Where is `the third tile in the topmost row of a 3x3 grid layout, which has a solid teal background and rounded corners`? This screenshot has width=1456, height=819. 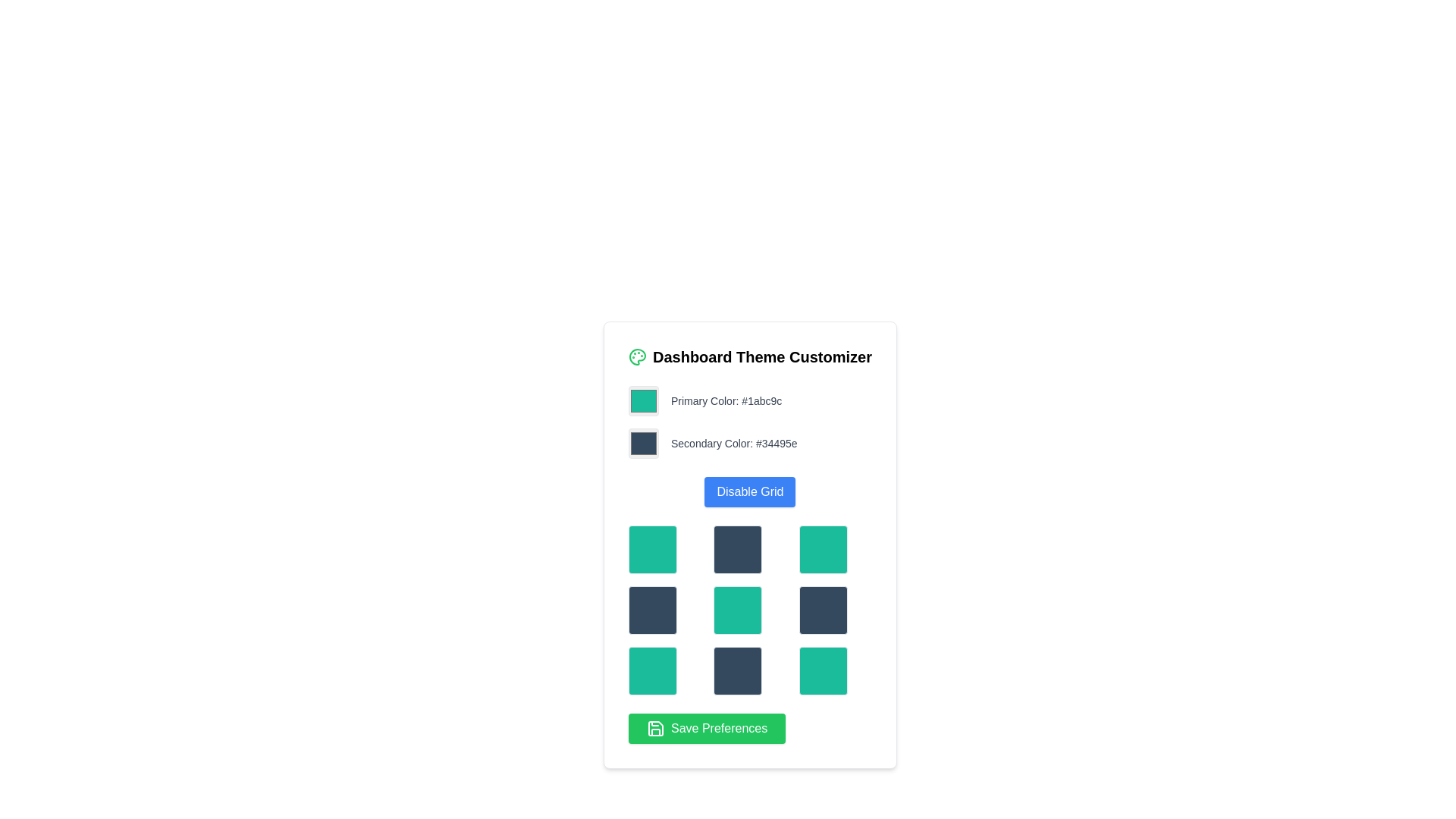 the third tile in the topmost row of a 3x3 grid layout, which has a solid teal background and rounded corners is located at coordinates (822, 550).